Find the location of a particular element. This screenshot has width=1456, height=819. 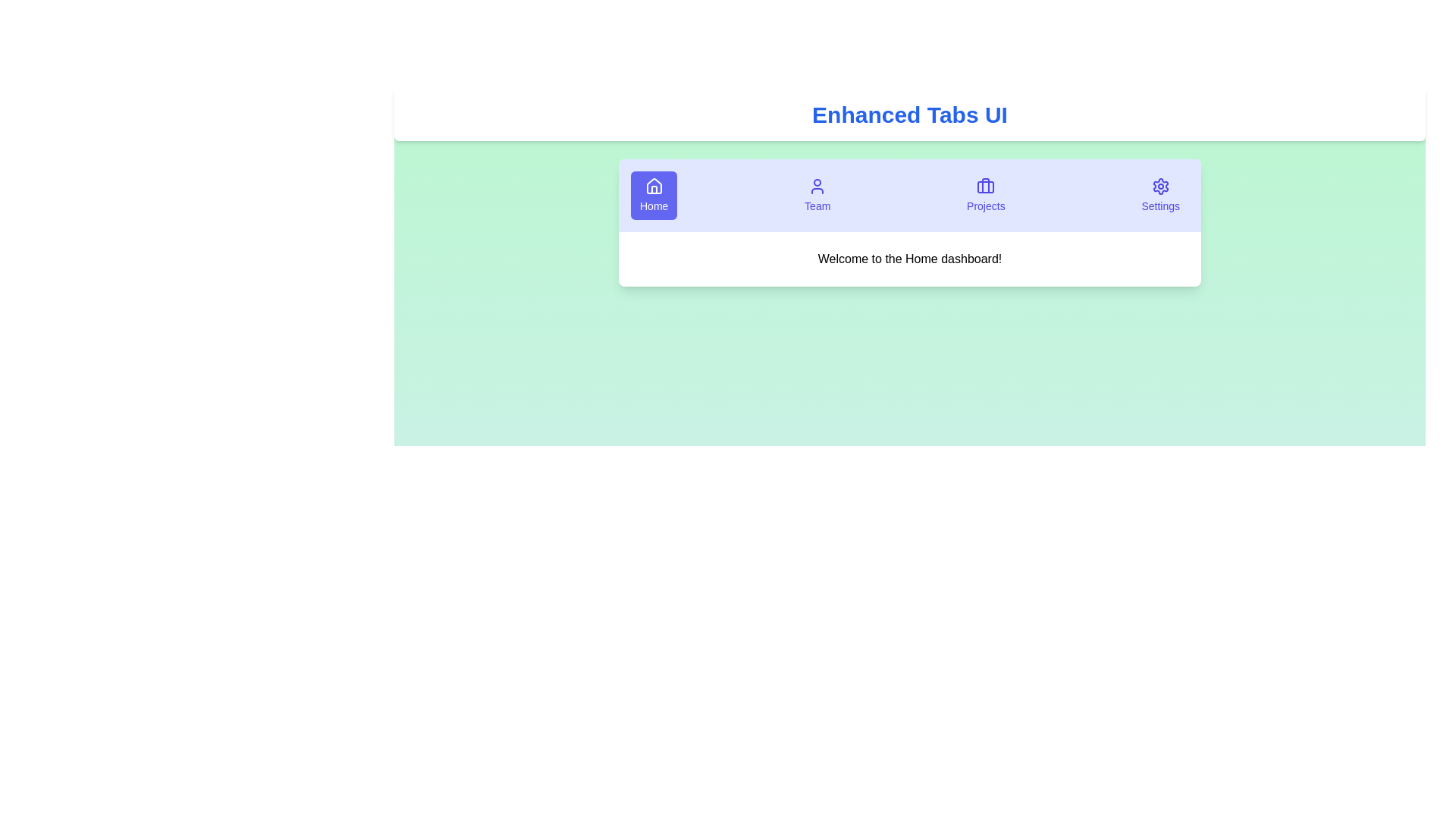

the blue cogwheel icon in the settings tab on the rightmost side of the navigation bar is located at coordinates (1159, 186).